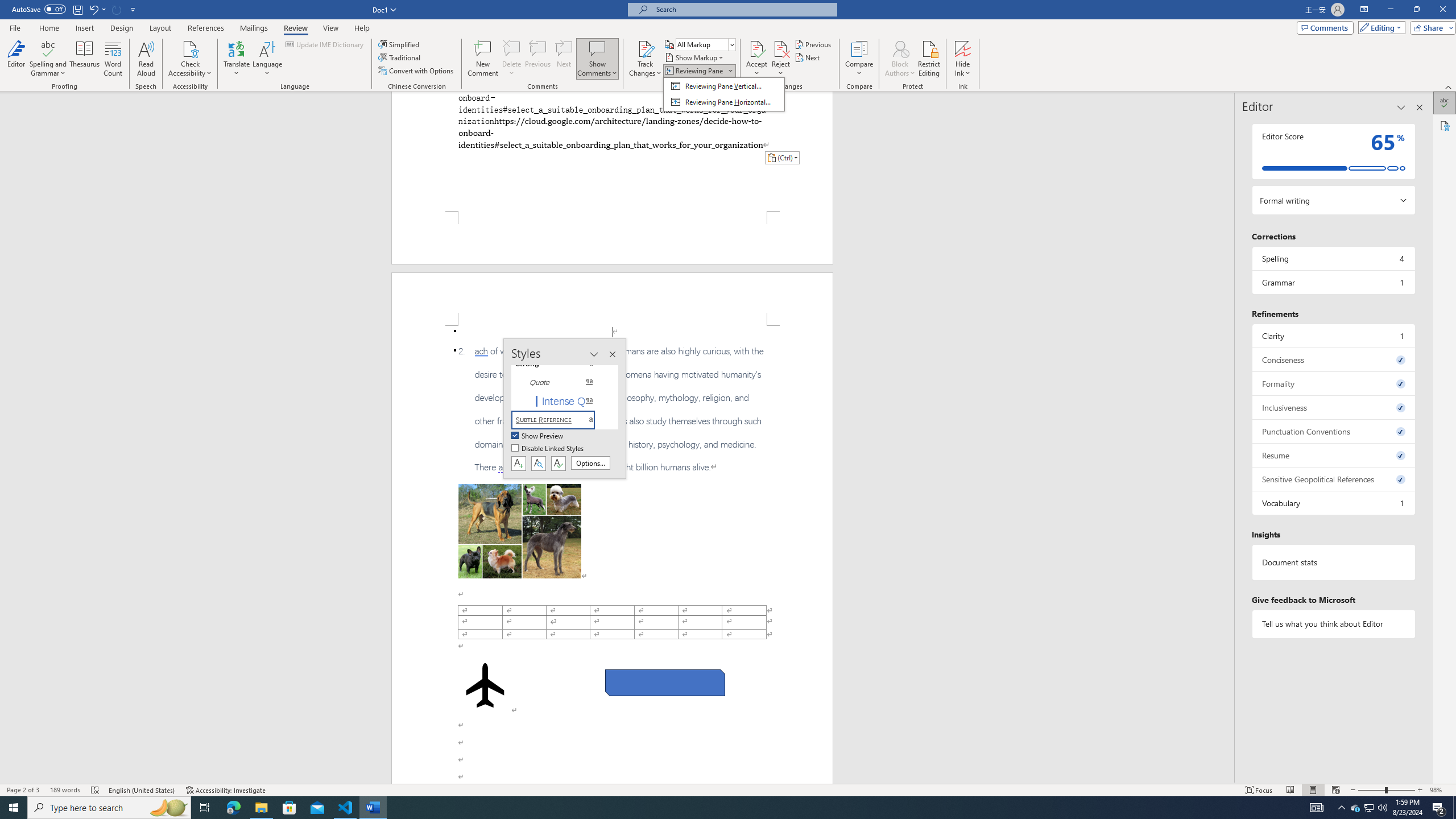  I want to click on 'Block Authors', so click(900, 48).